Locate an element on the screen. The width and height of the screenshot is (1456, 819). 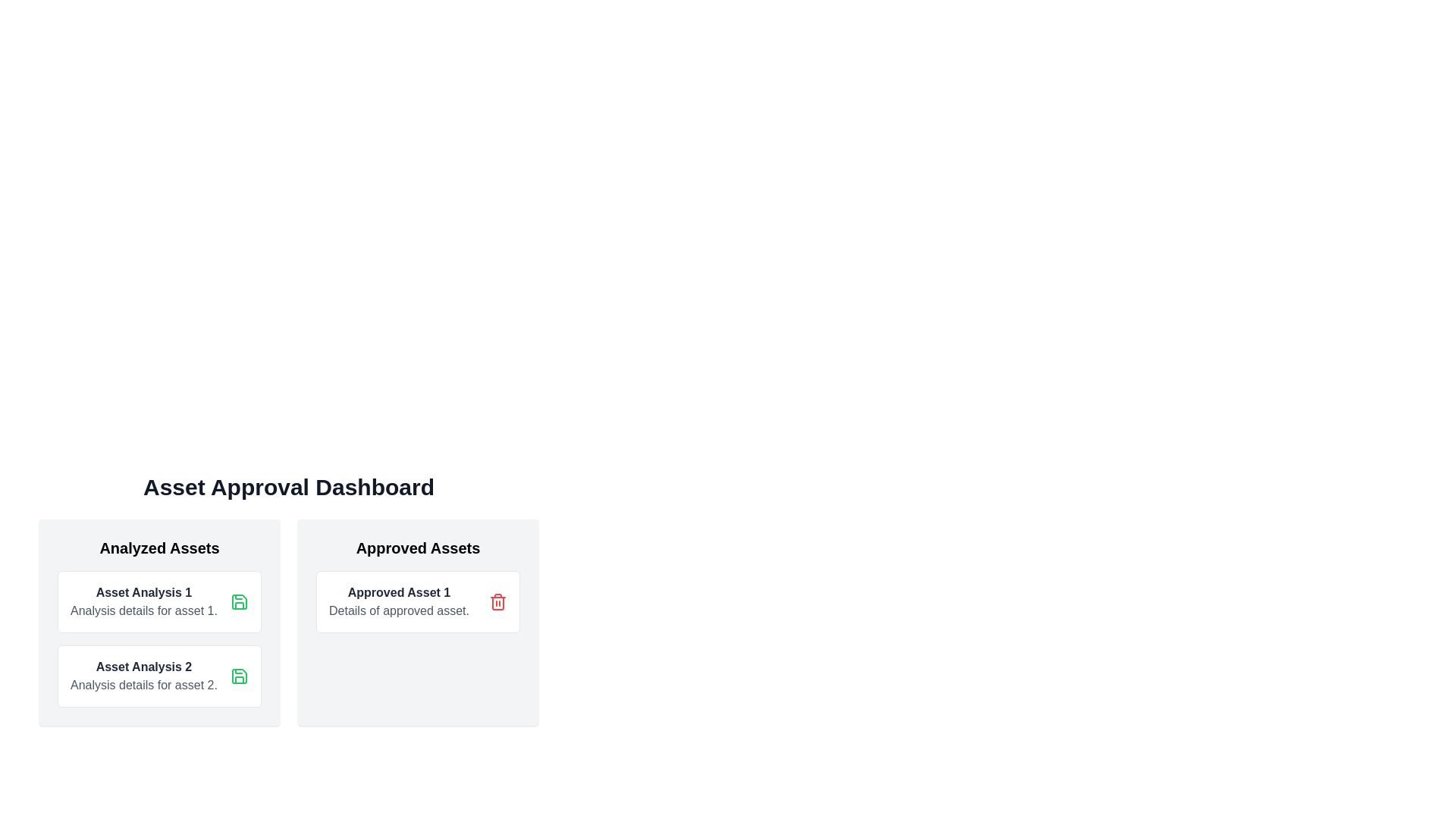
information provided in the text block titled 'Asset Analysis 1' located in the first card of the 'Analyzed Assets' section is located at coordinates (143, 601).